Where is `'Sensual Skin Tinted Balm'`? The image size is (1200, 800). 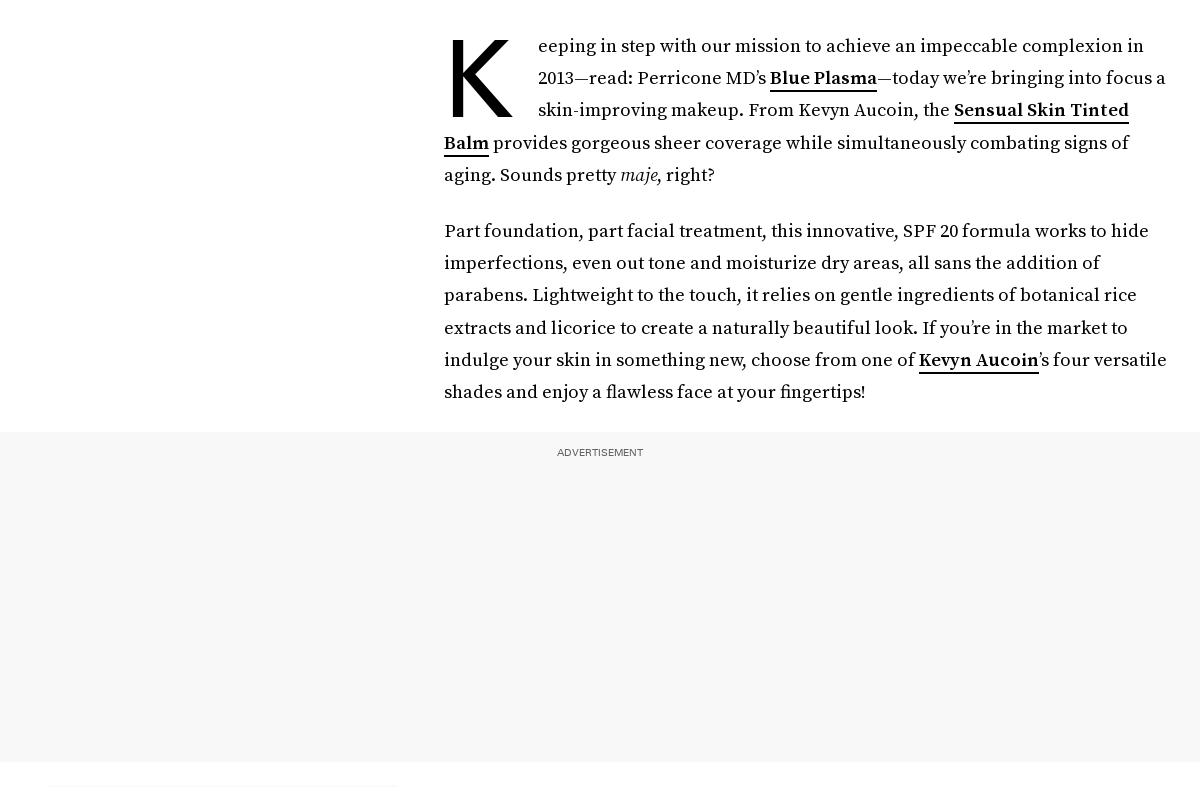 'Sensual Skin Tinted Balm' is located at coordinates (785, 124).